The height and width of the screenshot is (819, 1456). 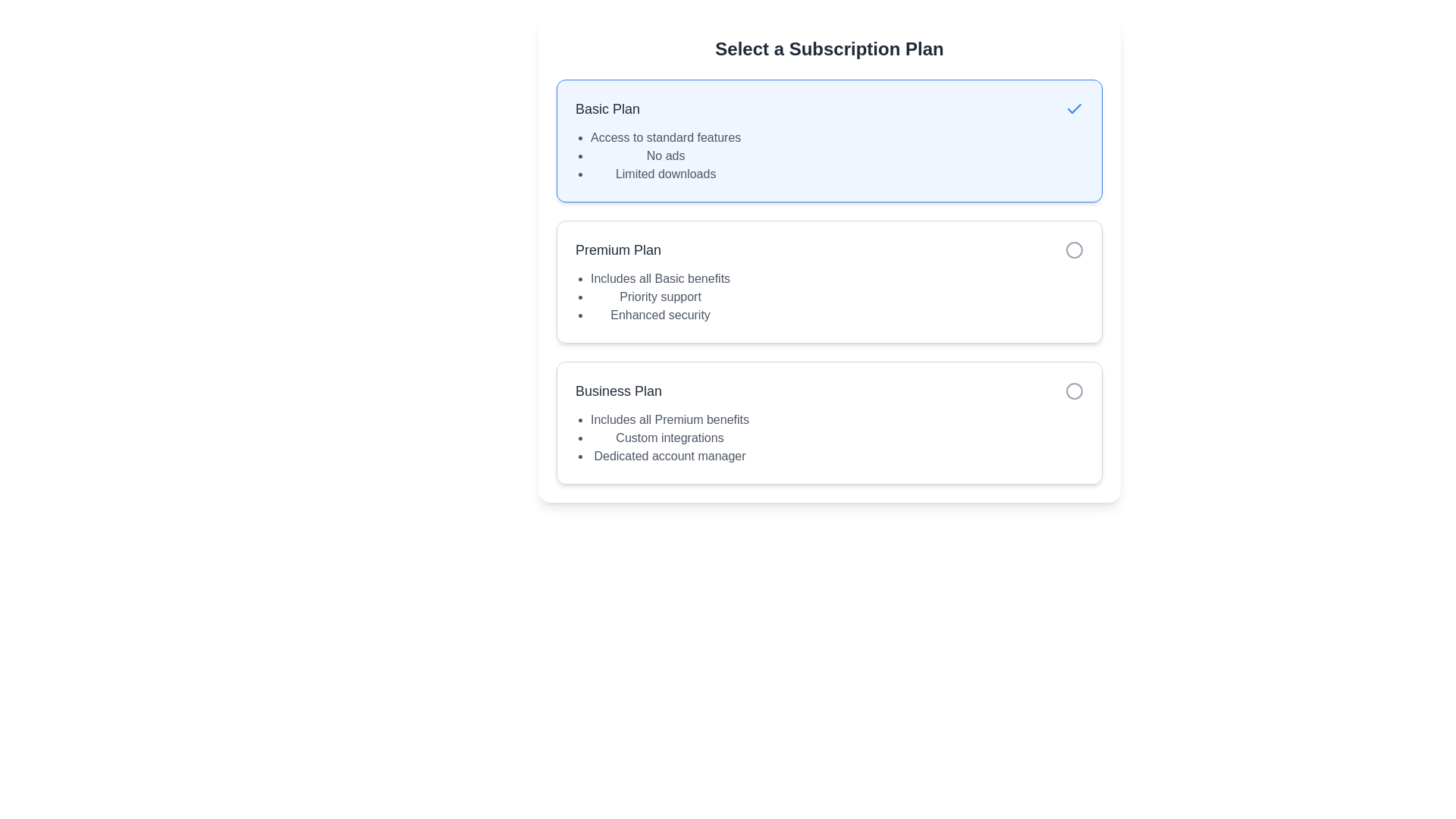 I want to click on the checkmark icon indicating that the 'Basic Plan' option is selected, so click(x=1073, y=108).